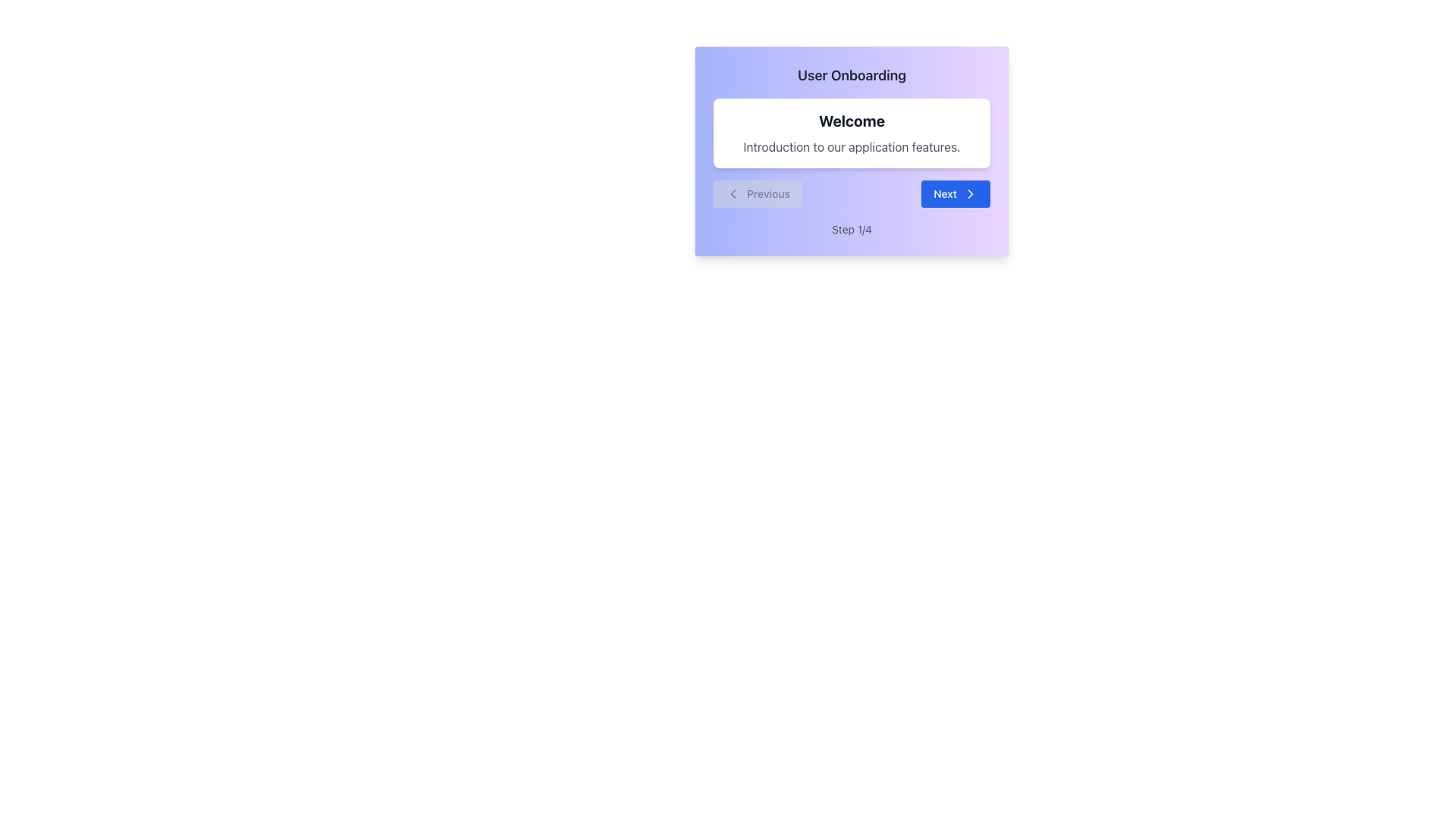 The image size is (1456, 819). What do you see at coordinates (971, 193) in the screenshot?
I see `the rightward chevron icon within the 'Next' button to proceed` at bounding box center [971, 193].